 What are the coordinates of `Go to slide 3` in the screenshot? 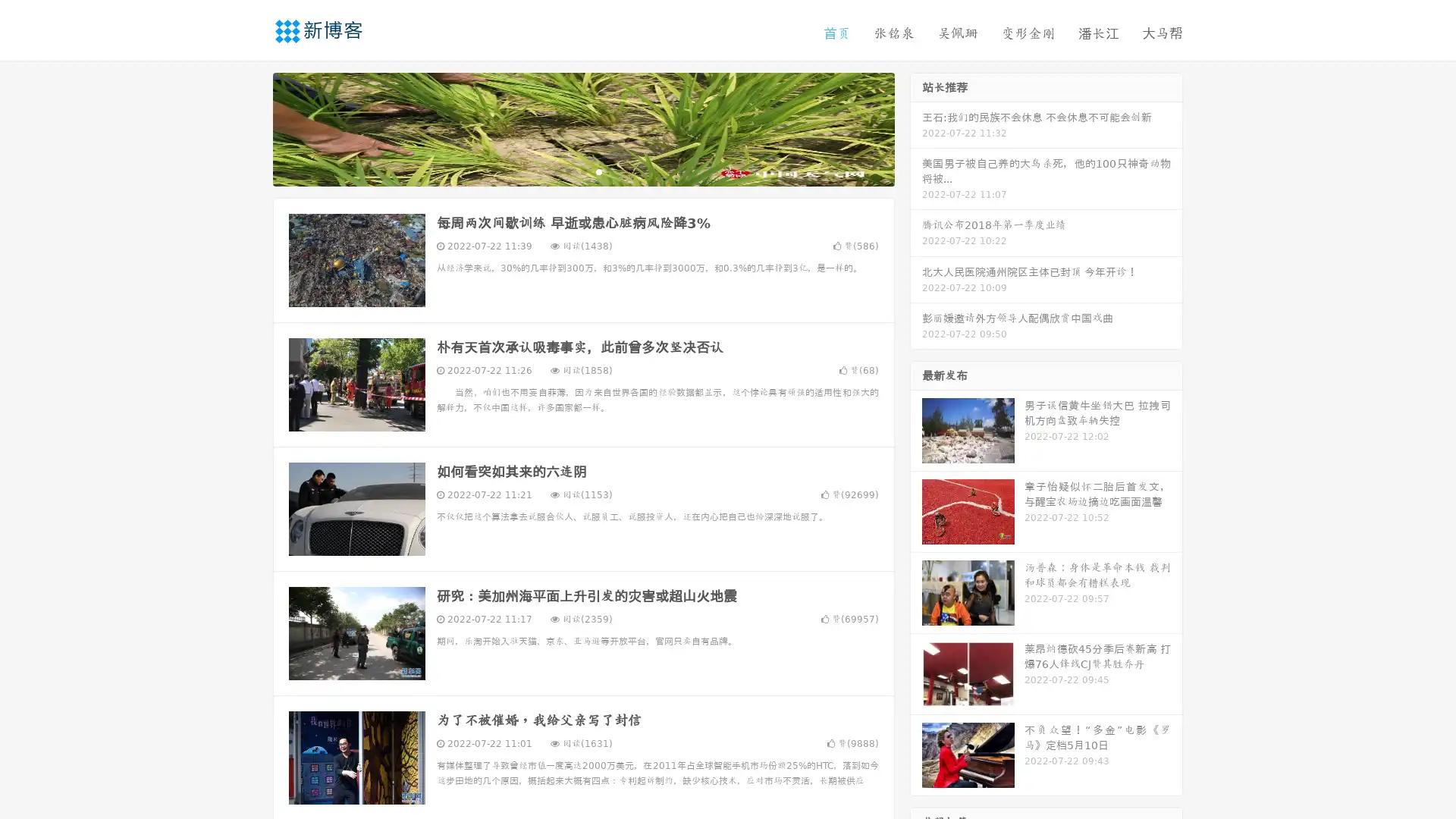 It's located at (598, 171).